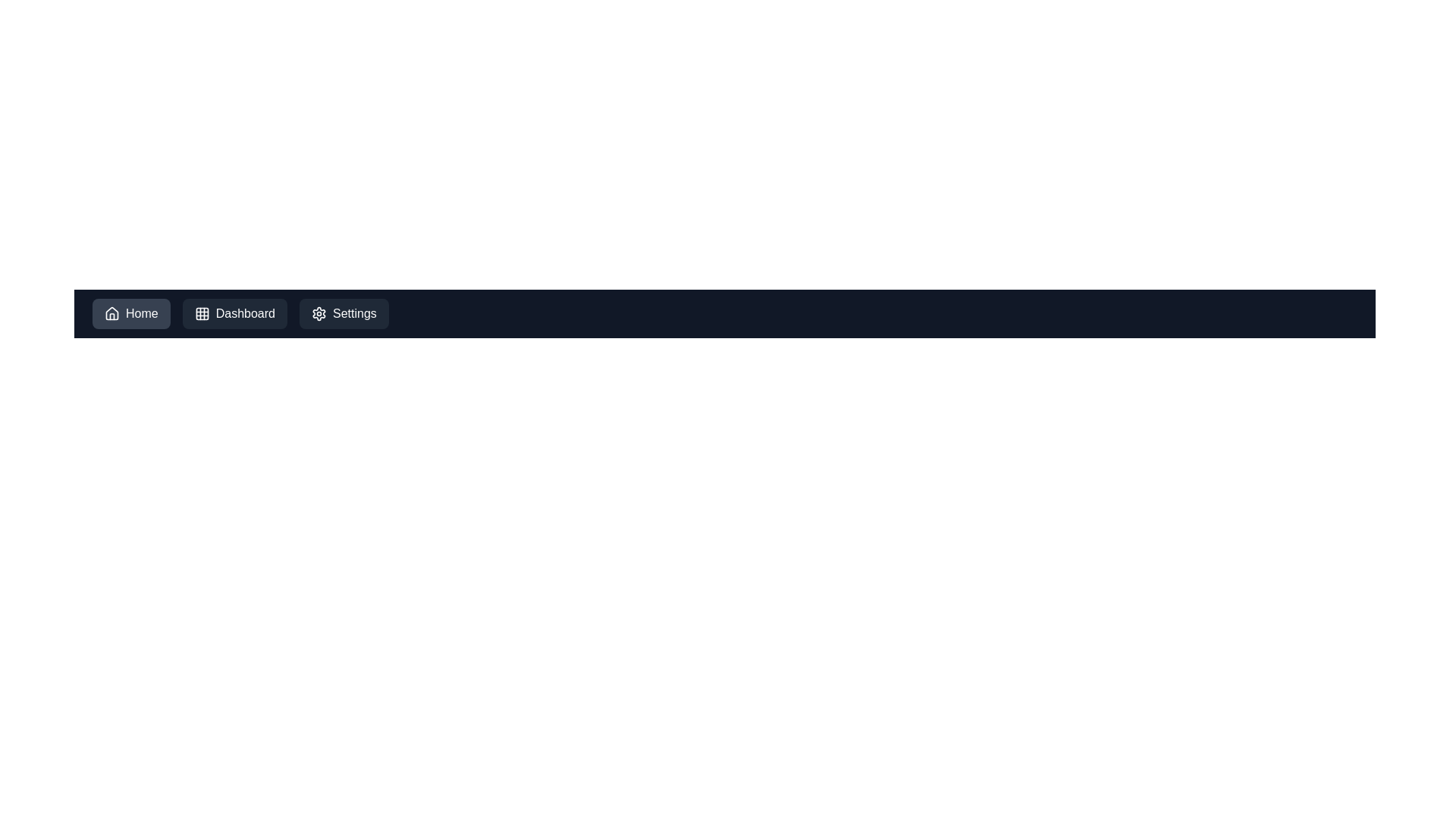 This screenshot has height=819, width=1456. Describe the element at coordinates (201, 312) in the screenshot. I see `the filled square with rounded corners located centrally within the SVG grid icon in the navigation bar` at that location.